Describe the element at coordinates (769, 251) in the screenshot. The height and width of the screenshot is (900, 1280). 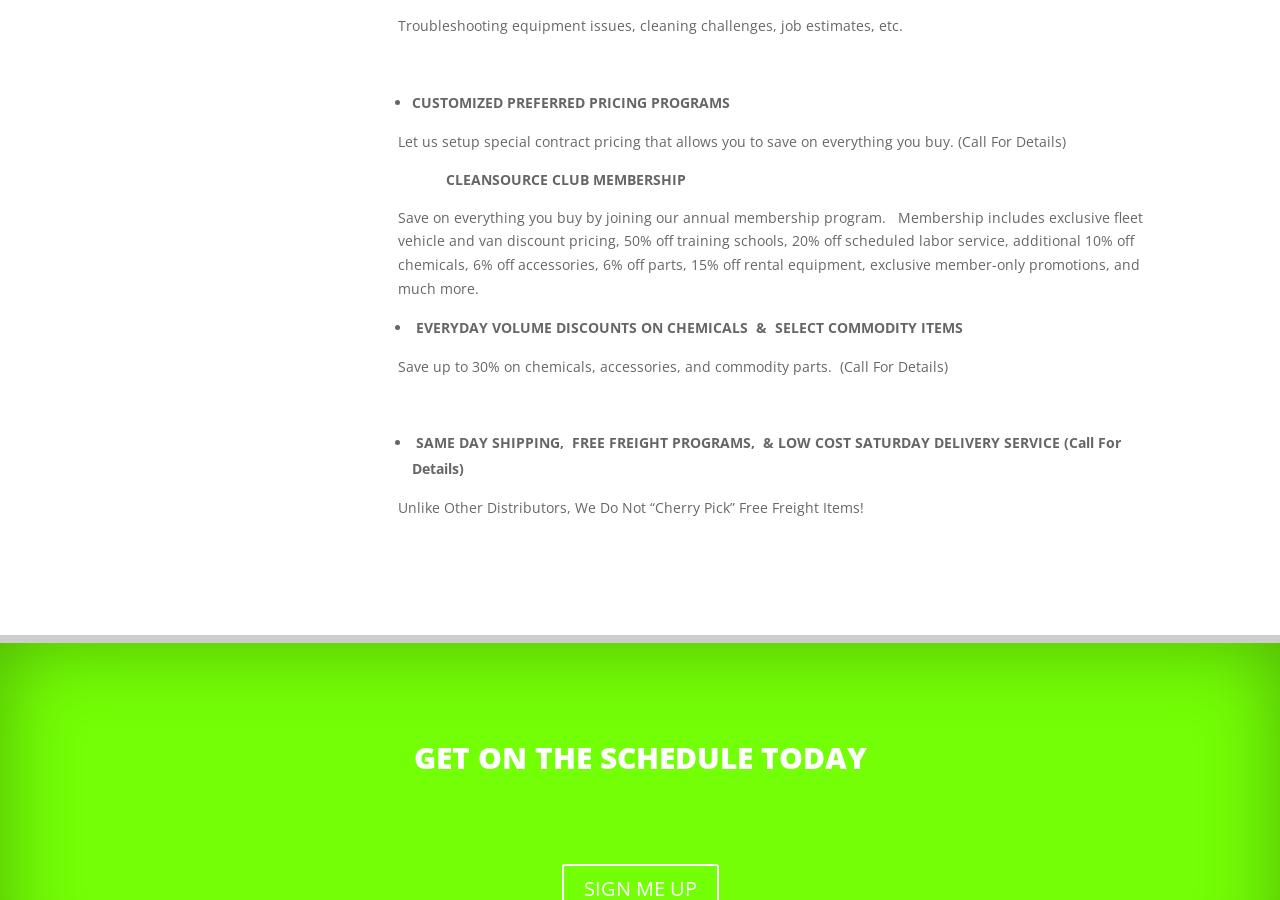
I see `'Save on everything you buy by joining our annual membership program.   Membership includes exclusive fleet vehicle and van discount pricing, 50% off training schools, 20% off scheduled labor service, additional 10% off chemicals, 6% off accessories, 6% off parts, 15% off rental equipment, exclusive member-only promotions, and much more.'` at that location.